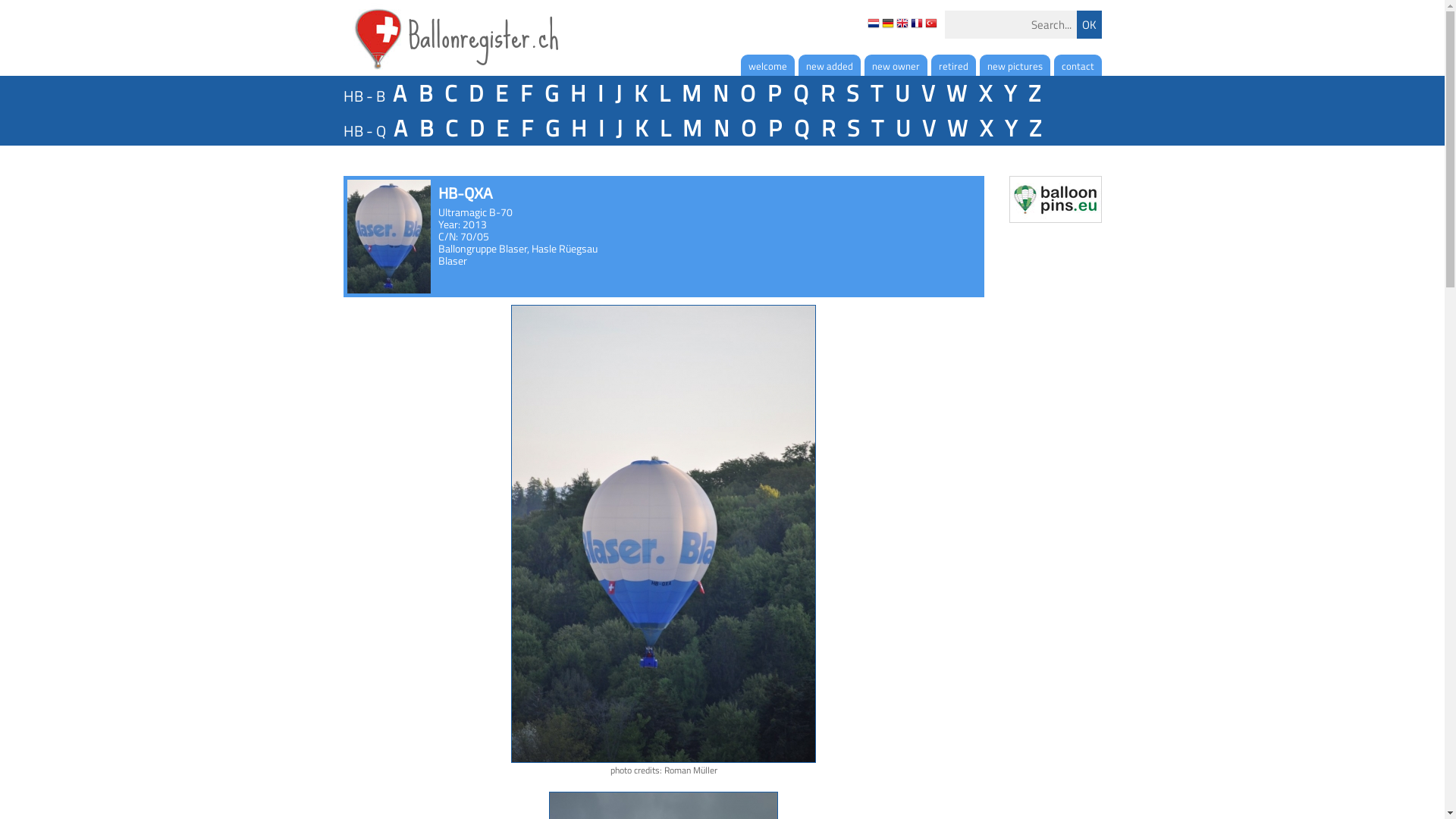 The width and height of the screenshot is (1456, 819). I want to click on 'O', so click(735, 93).